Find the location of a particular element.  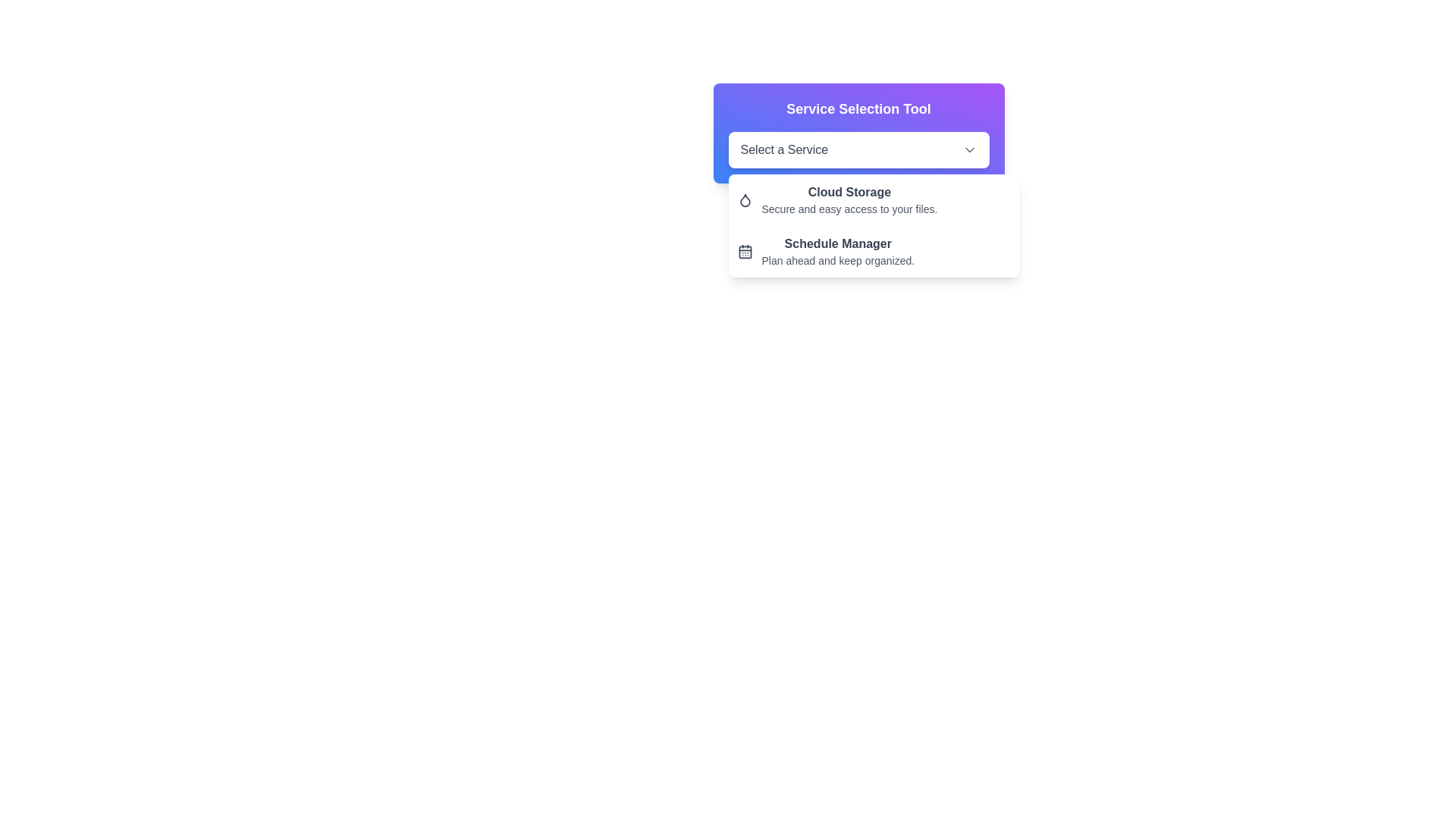

text label 'Cloud Storage' that serves as a title for a service description in the service selection tool interface is located at coordinates (849, 192).